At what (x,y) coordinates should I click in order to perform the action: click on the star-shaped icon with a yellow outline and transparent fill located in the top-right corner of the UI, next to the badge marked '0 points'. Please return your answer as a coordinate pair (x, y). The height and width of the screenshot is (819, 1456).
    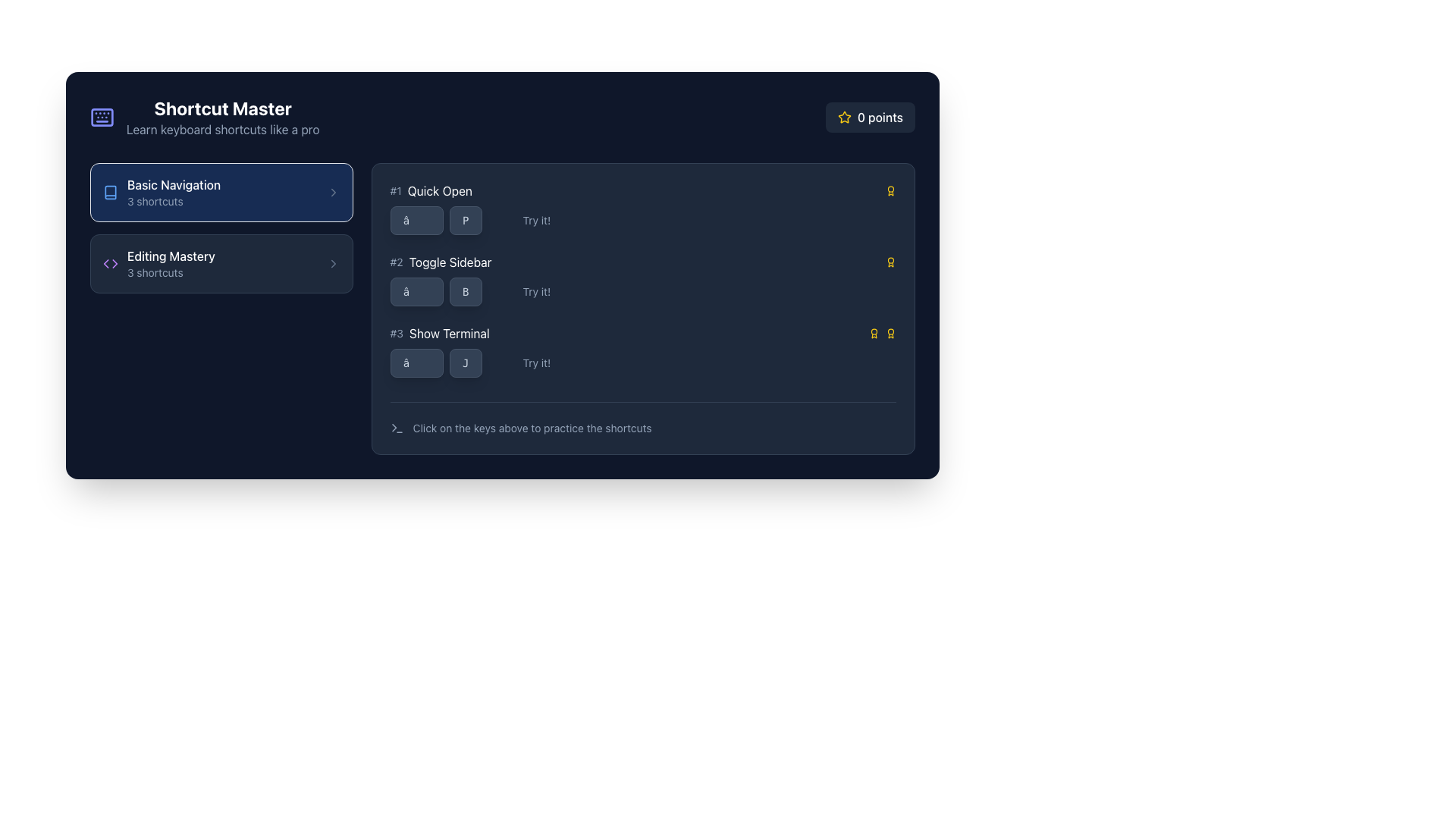
    Looking at the image, I should click on (843, 116).